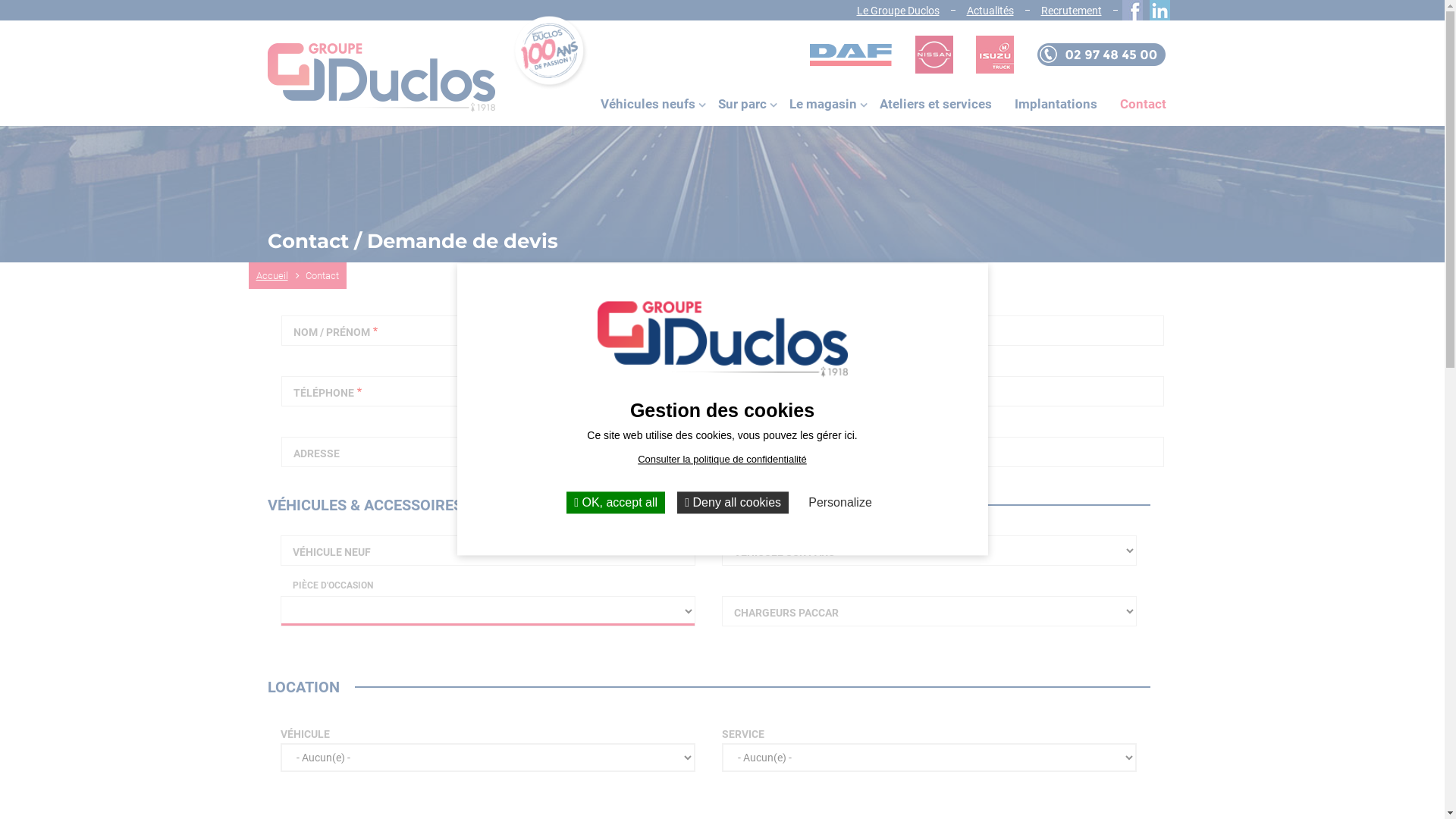 This screenshot has height=819, width=1456. I want to click on 'Accueil', so click(280, 275).